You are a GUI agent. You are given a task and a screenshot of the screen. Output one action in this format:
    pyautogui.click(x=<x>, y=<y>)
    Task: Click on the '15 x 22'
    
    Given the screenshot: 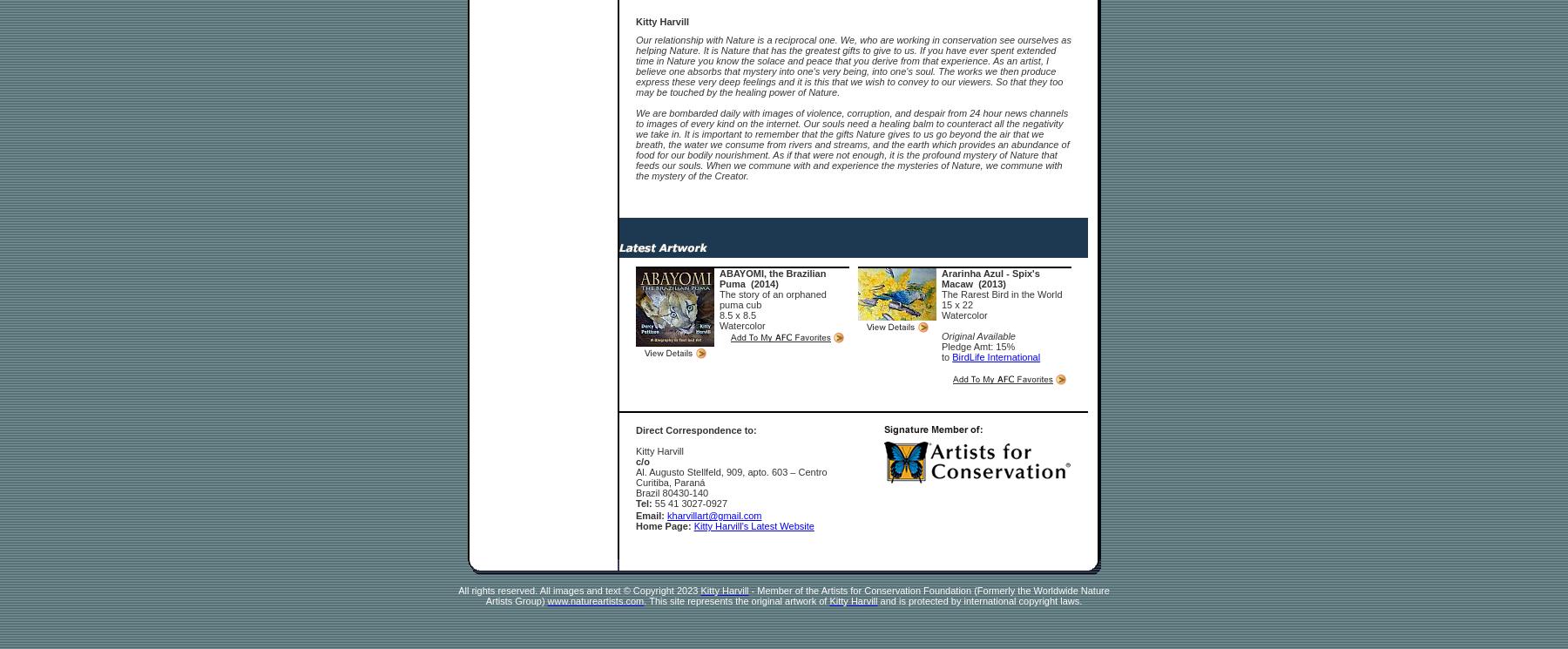 What is the action you would take?
    pyautogui.click(x=957, y=305)
    